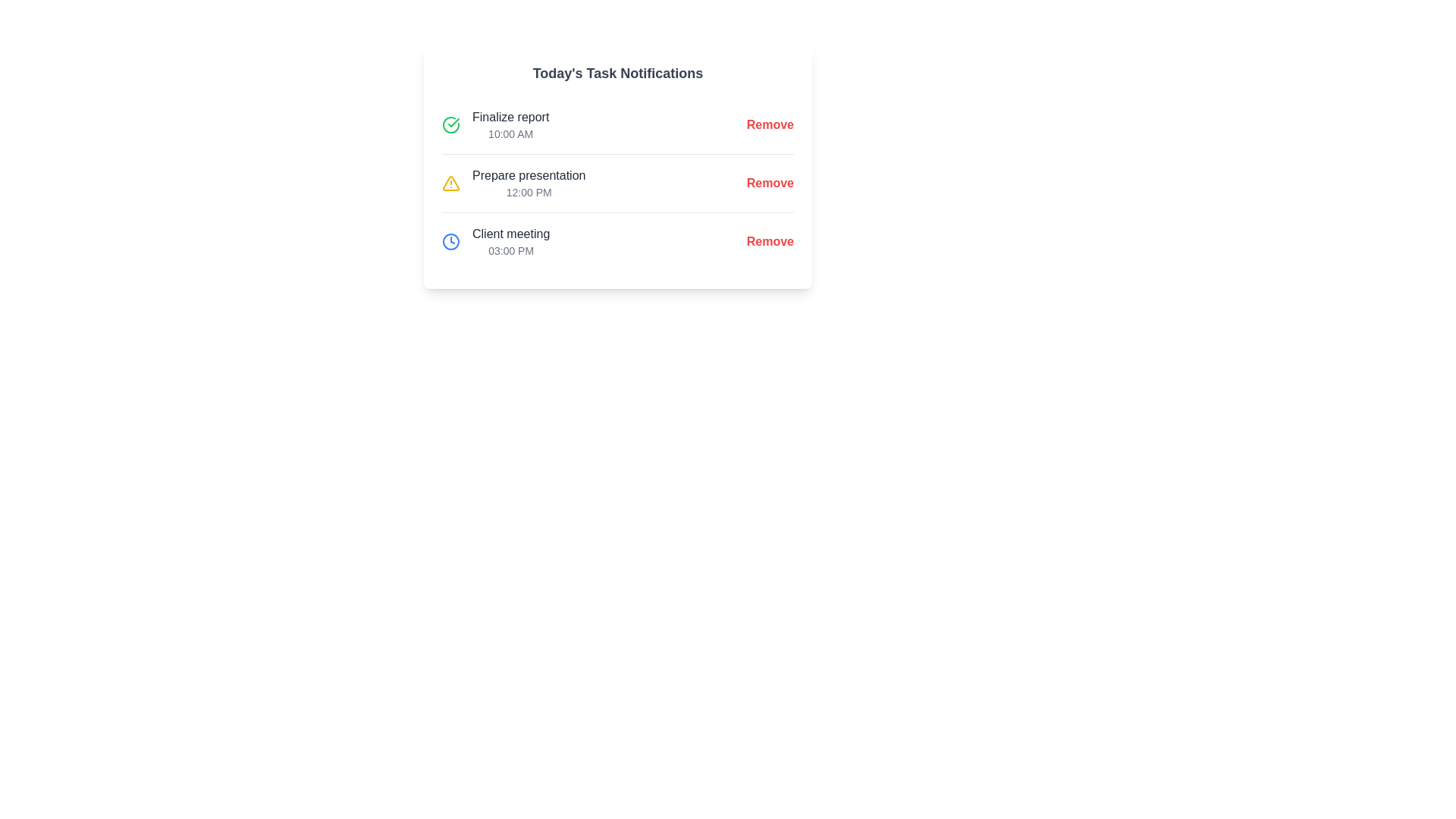 Image resolution: width=1456 pixels, height=819 pixels. I want to click on the Text Label displaying '03:00 PM' located in the 'Client meeting' row, positioned to the right of the event title, so click(511, 250).